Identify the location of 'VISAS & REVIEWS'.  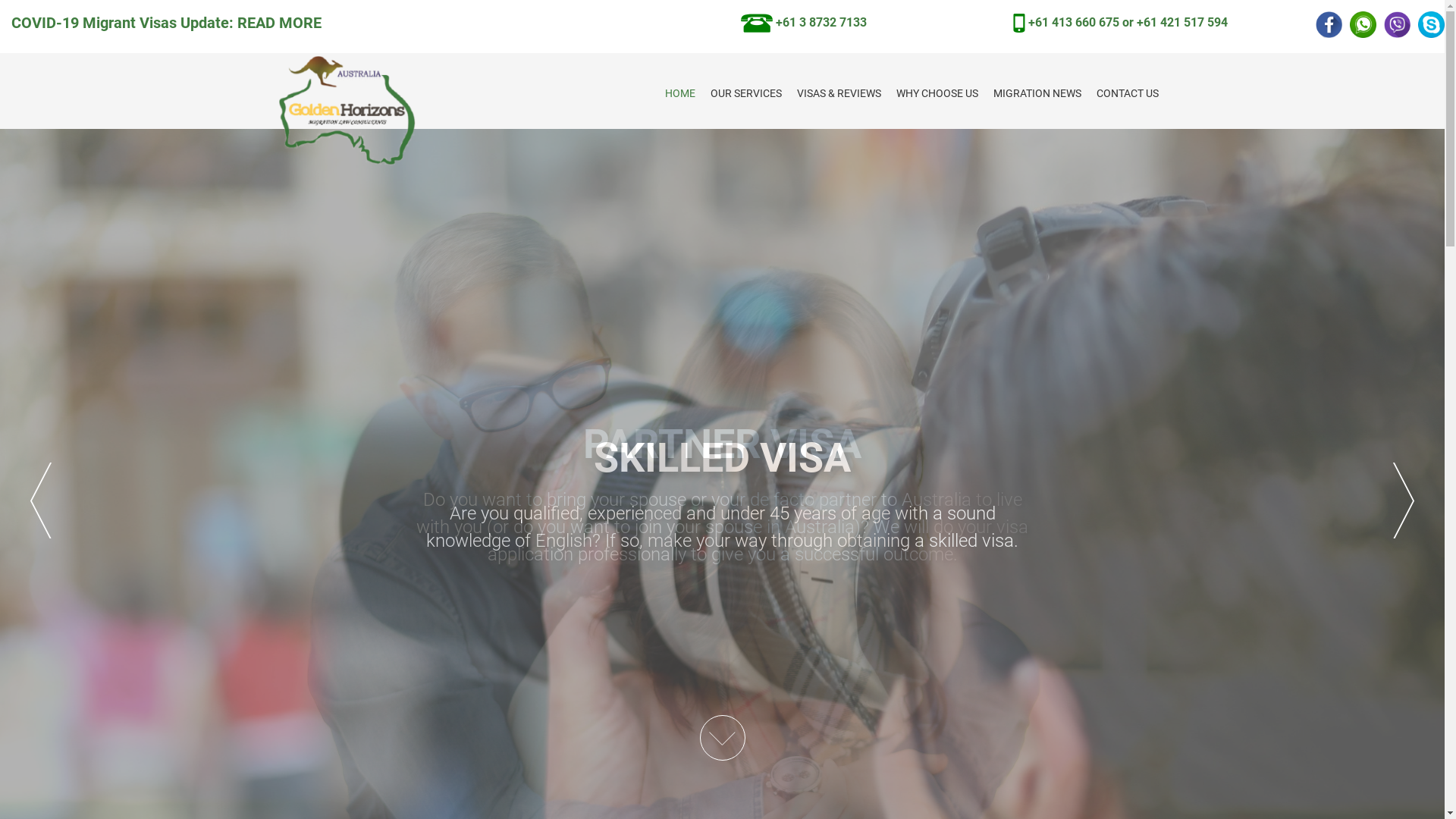
(837, 93).